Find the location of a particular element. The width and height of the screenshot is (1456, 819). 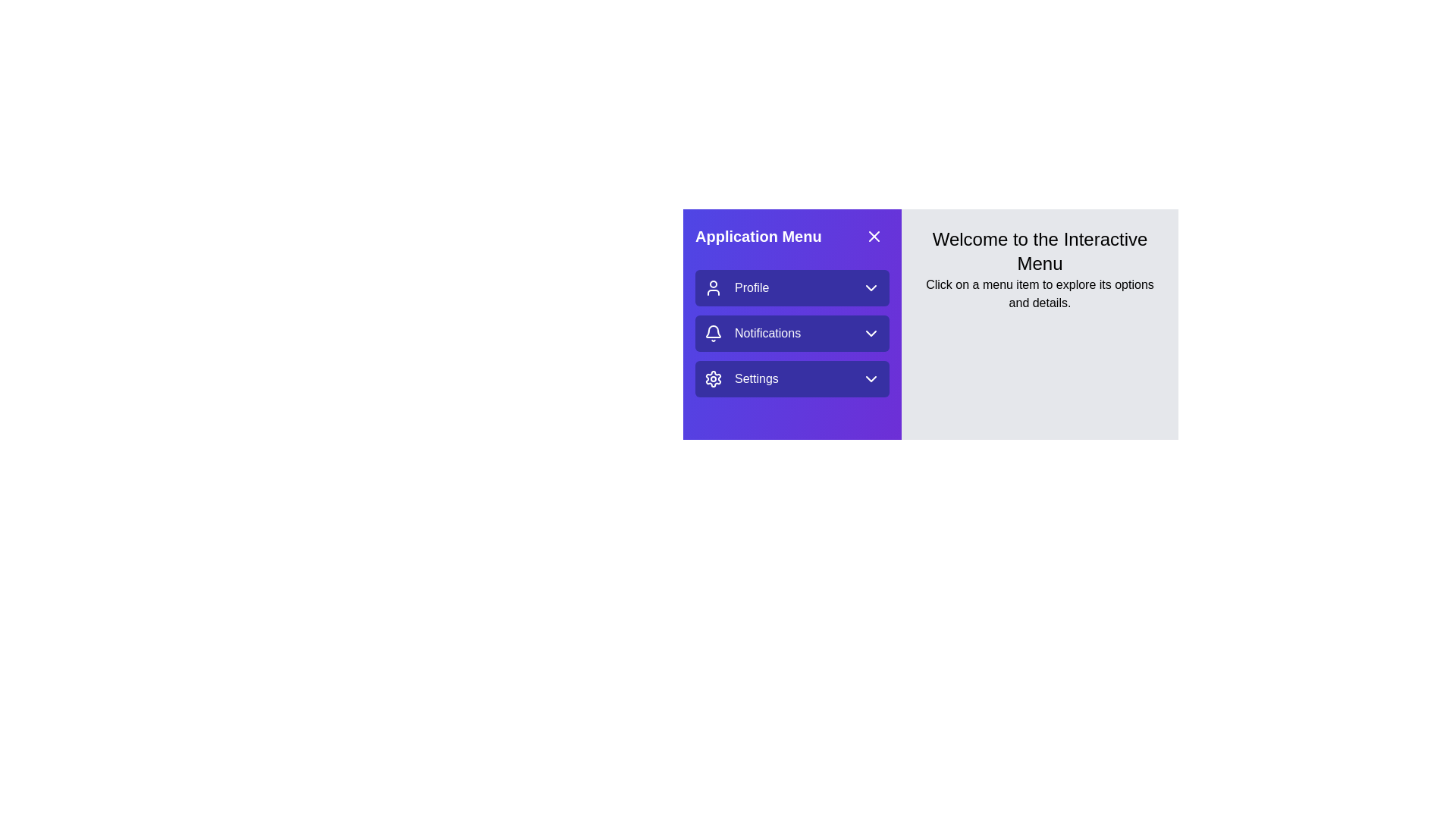

the downward arrow icon located at the far-right end of the 'Notifications' button is located at coordinates (871, 332).